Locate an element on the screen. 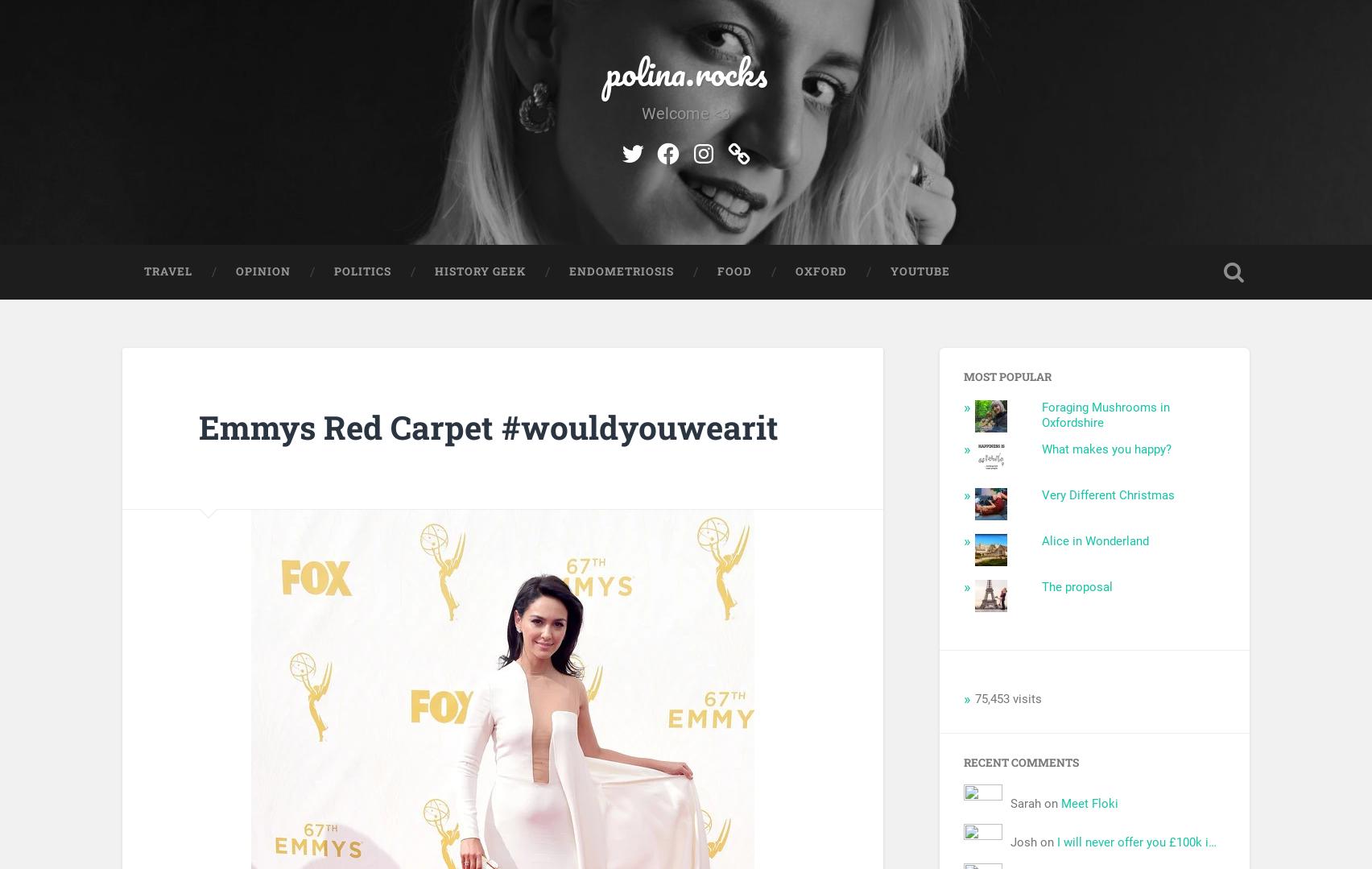  'The proposal' is located at coordinates (1076, 586).